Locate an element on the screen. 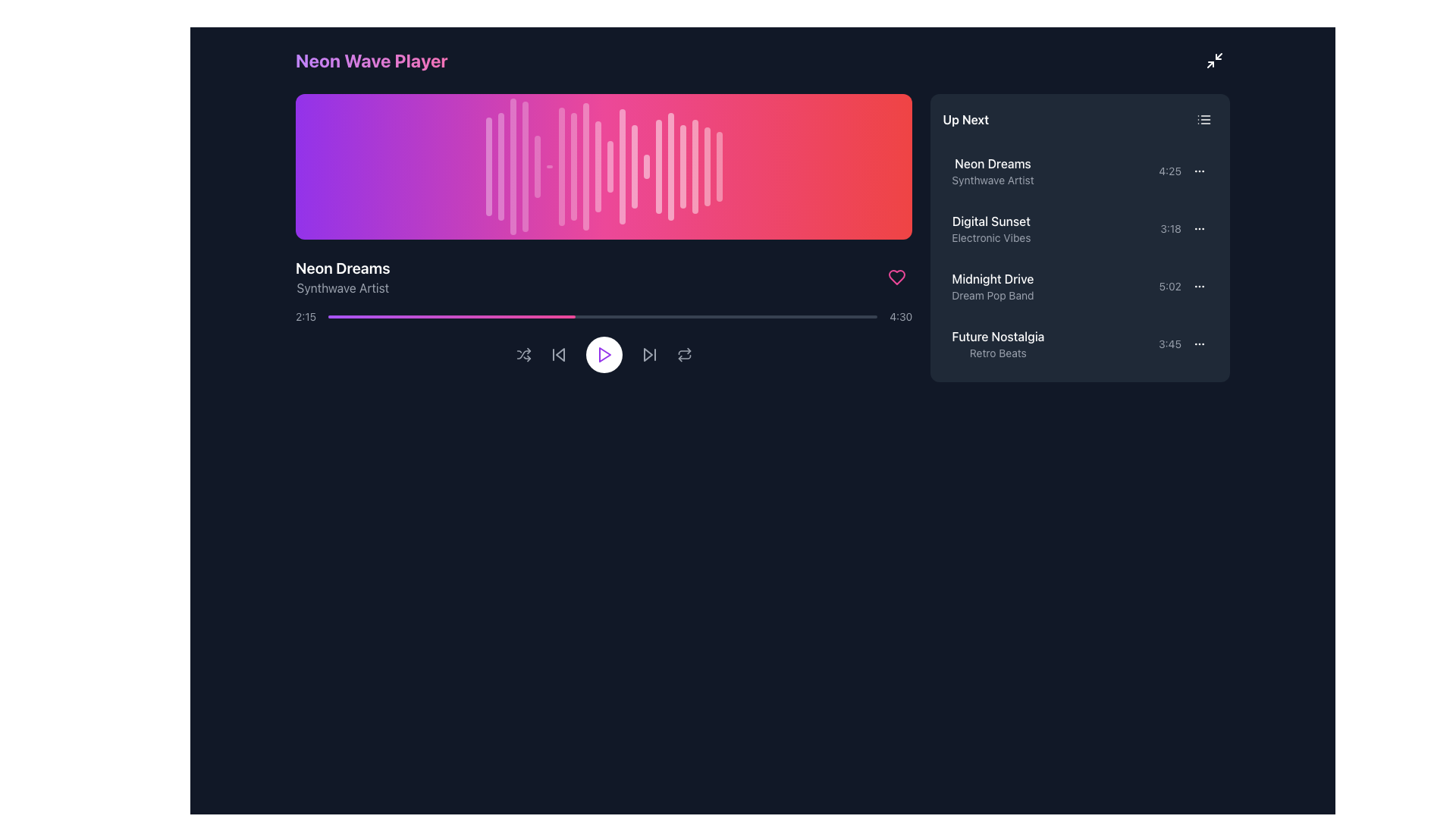 The height and width of the screenshot is (819, 1456). the media progress is located at coordinates (646, 315).